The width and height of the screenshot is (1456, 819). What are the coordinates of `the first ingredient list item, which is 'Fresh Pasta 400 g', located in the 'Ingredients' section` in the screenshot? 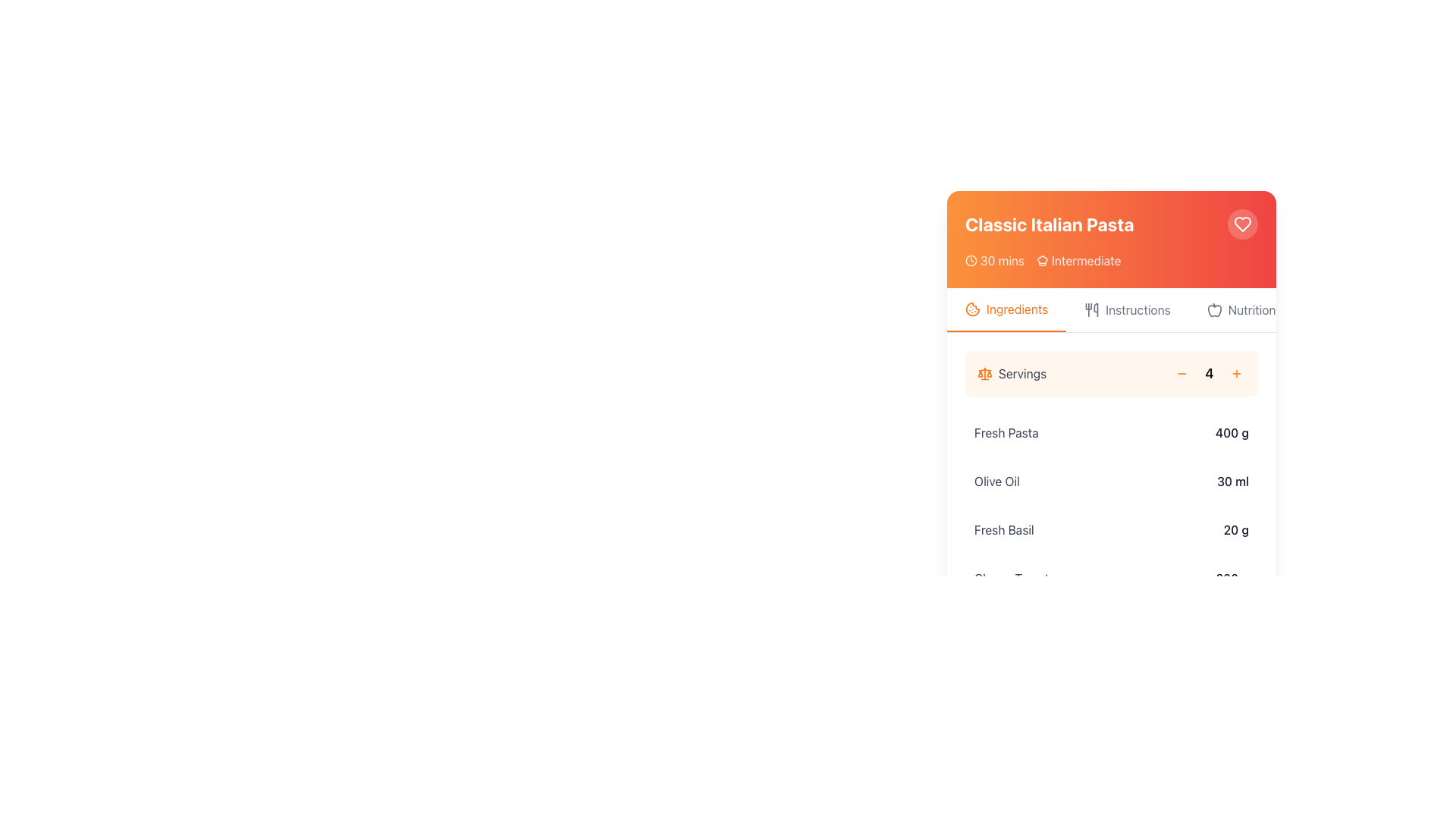 It's located at (1111, 432).